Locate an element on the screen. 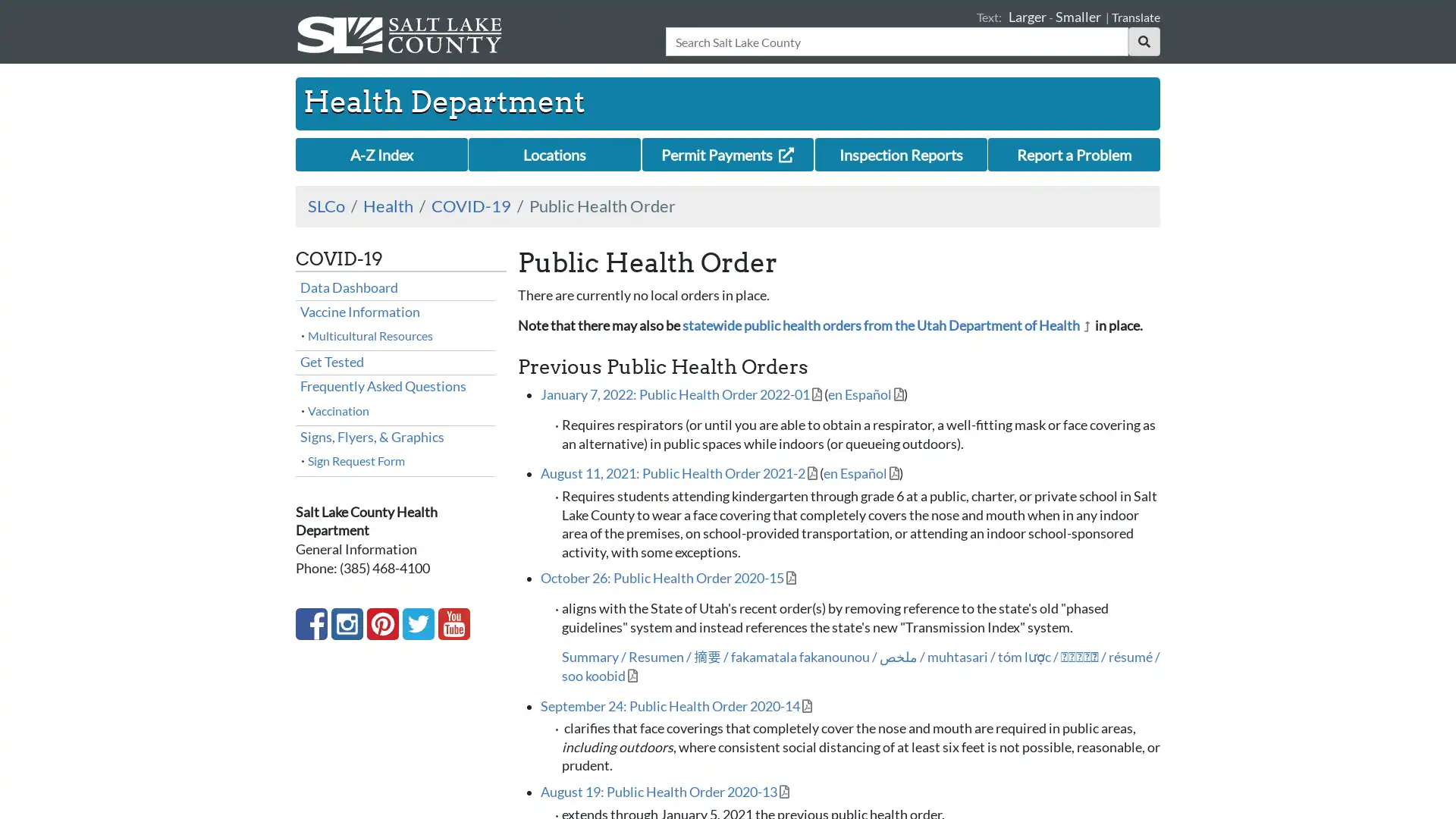  Smaller is located at coordinates (1077, 17).